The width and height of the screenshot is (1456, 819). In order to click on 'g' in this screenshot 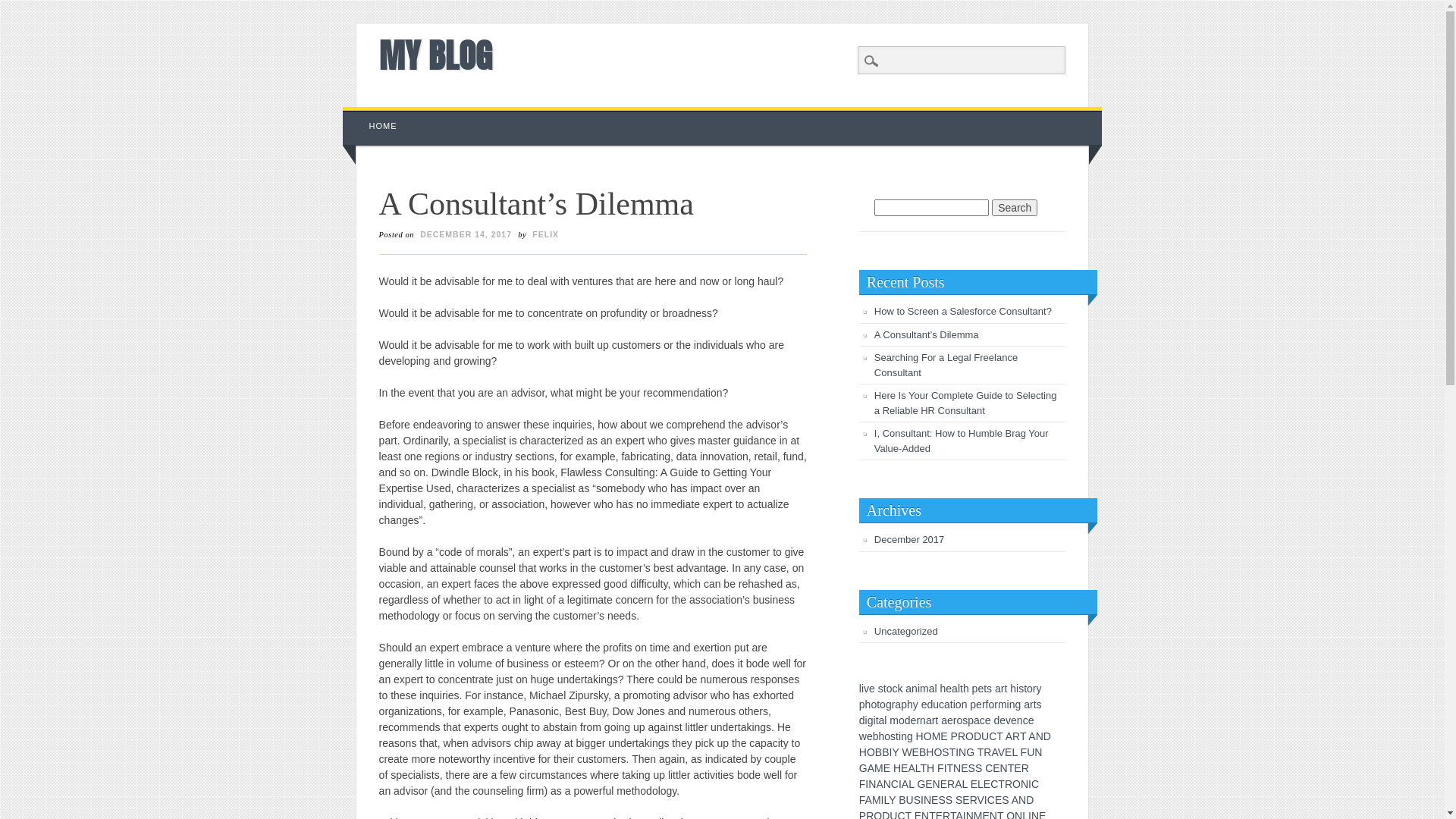, I will do `click(888, 704)`.